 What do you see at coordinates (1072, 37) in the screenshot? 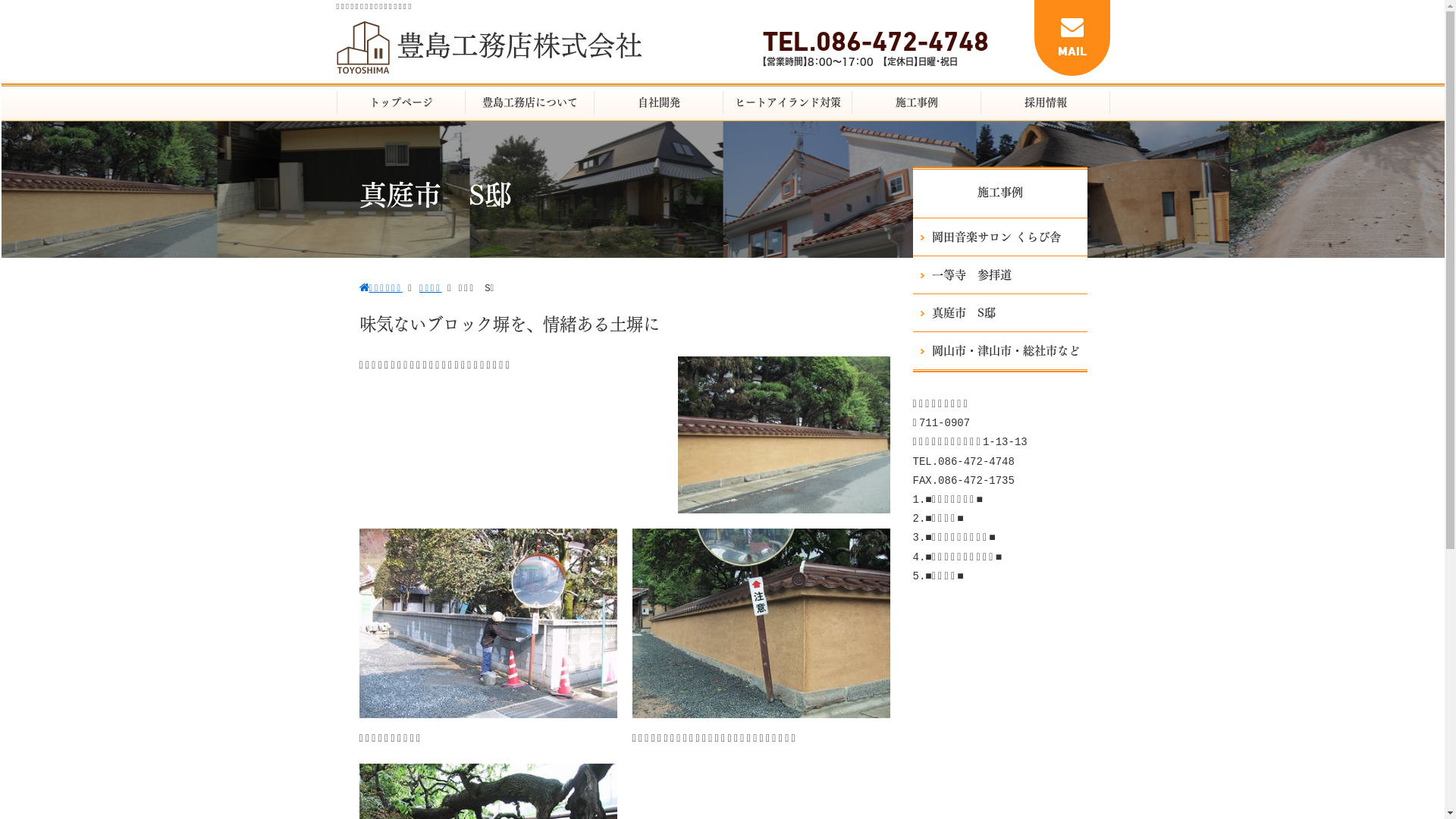
I see `'MAIL'` at bounding box center [1072, 37].